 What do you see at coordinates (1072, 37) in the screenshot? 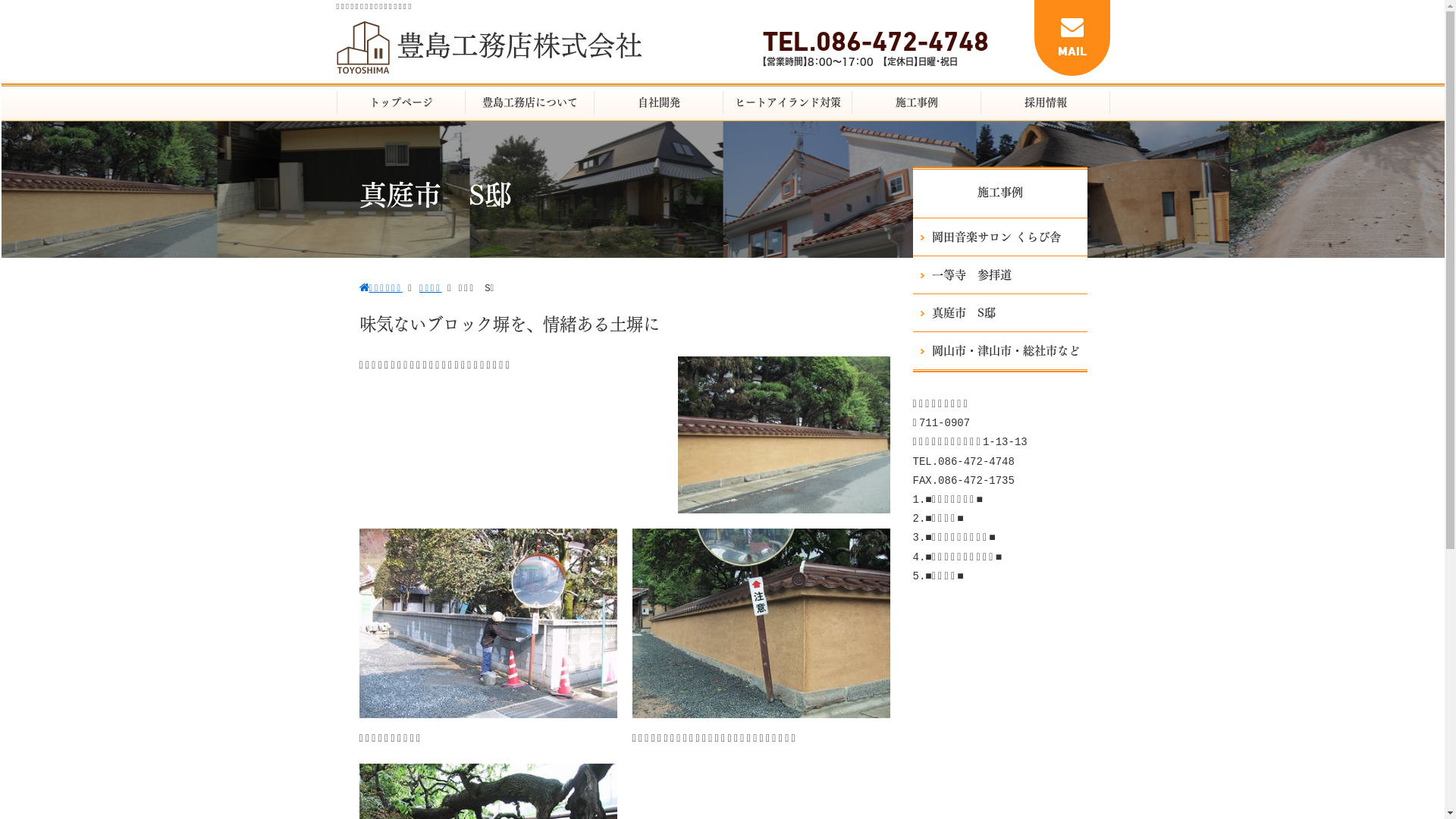
I see `'MAIL'` at bounding box center [1072, 37].